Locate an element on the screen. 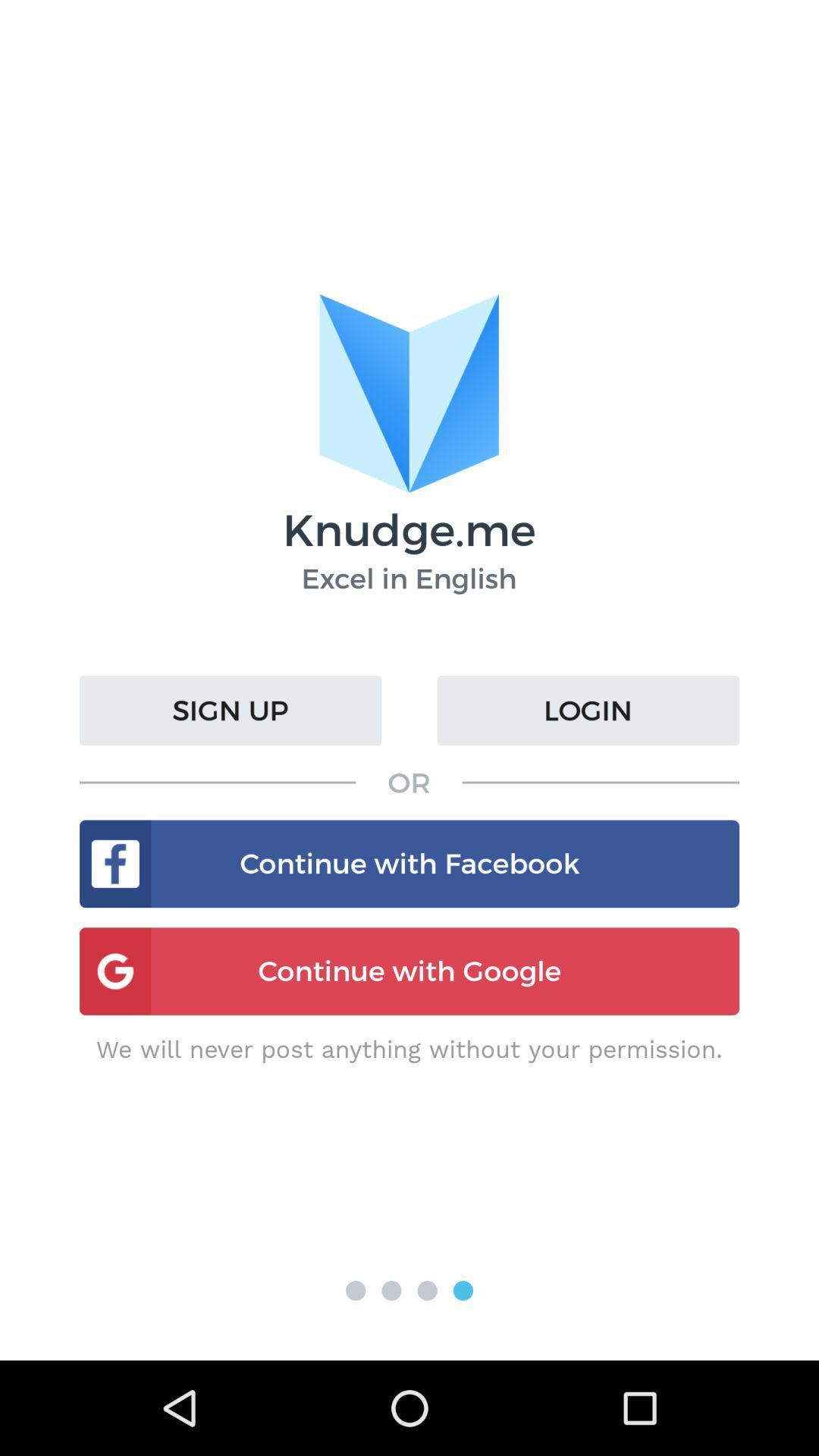  item below excel in english item is located at coordinates (587, 710).